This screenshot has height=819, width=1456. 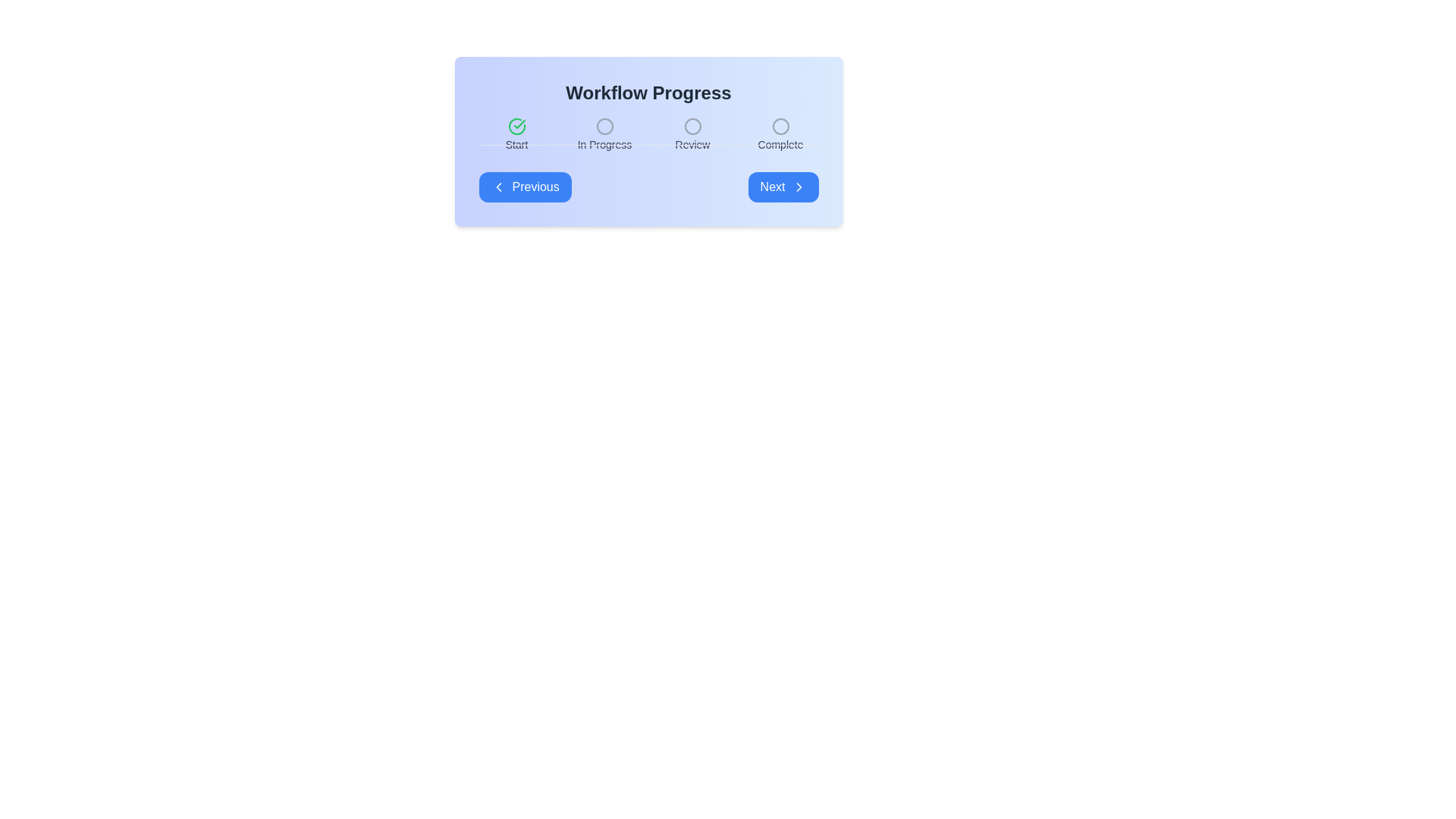 What do you see at coordinates (692, 145) in the screenshot?
I see `the 'Review' text label in the workflow progress indicator, which is the third label in the sequence and is centrally aligned beneath its corresponding icon` at bounding box center [692, 145].